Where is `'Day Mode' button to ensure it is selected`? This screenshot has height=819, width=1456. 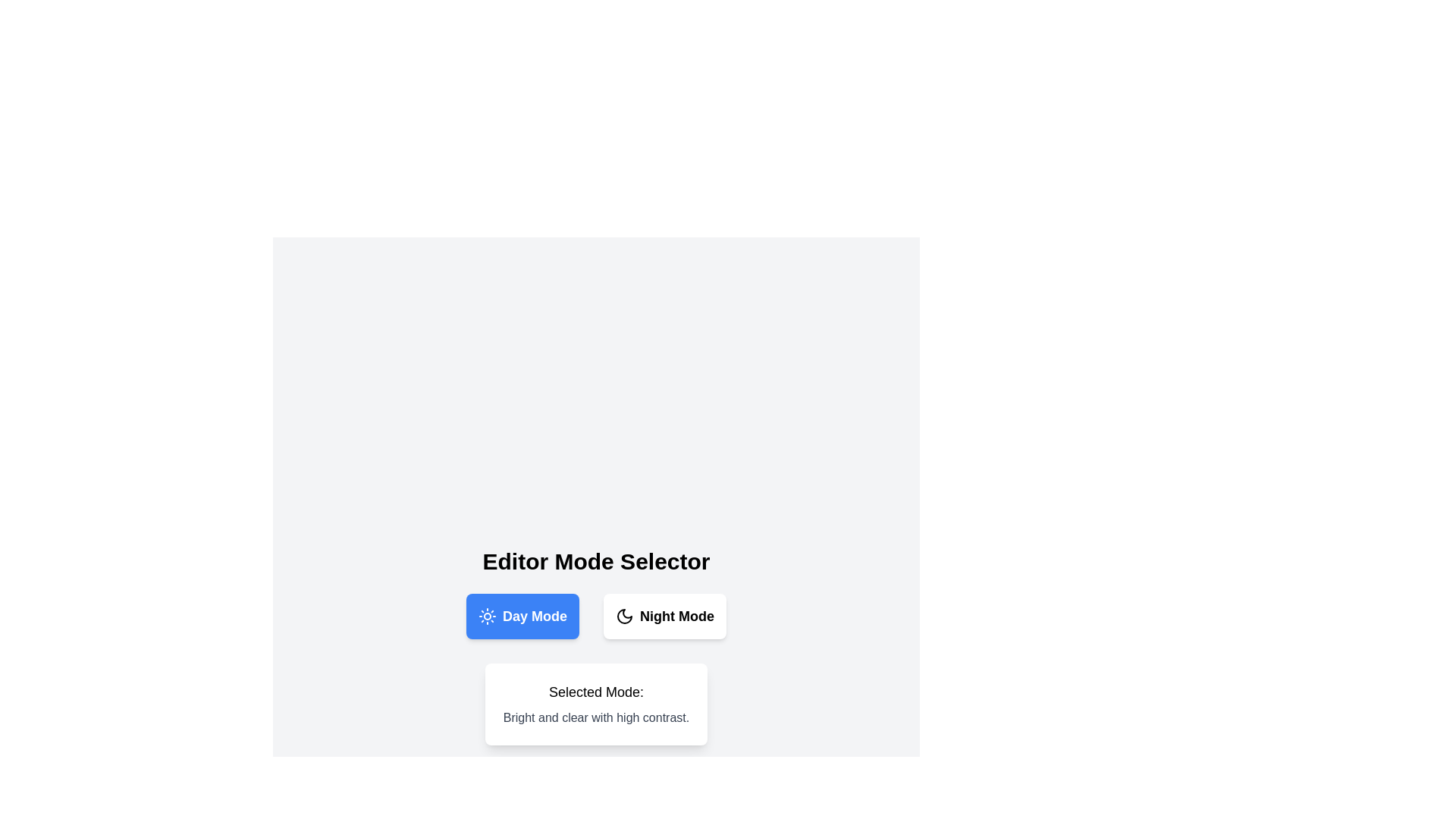 'Day Mode' button to ensure it is selected is located at coordinates (522, 617).